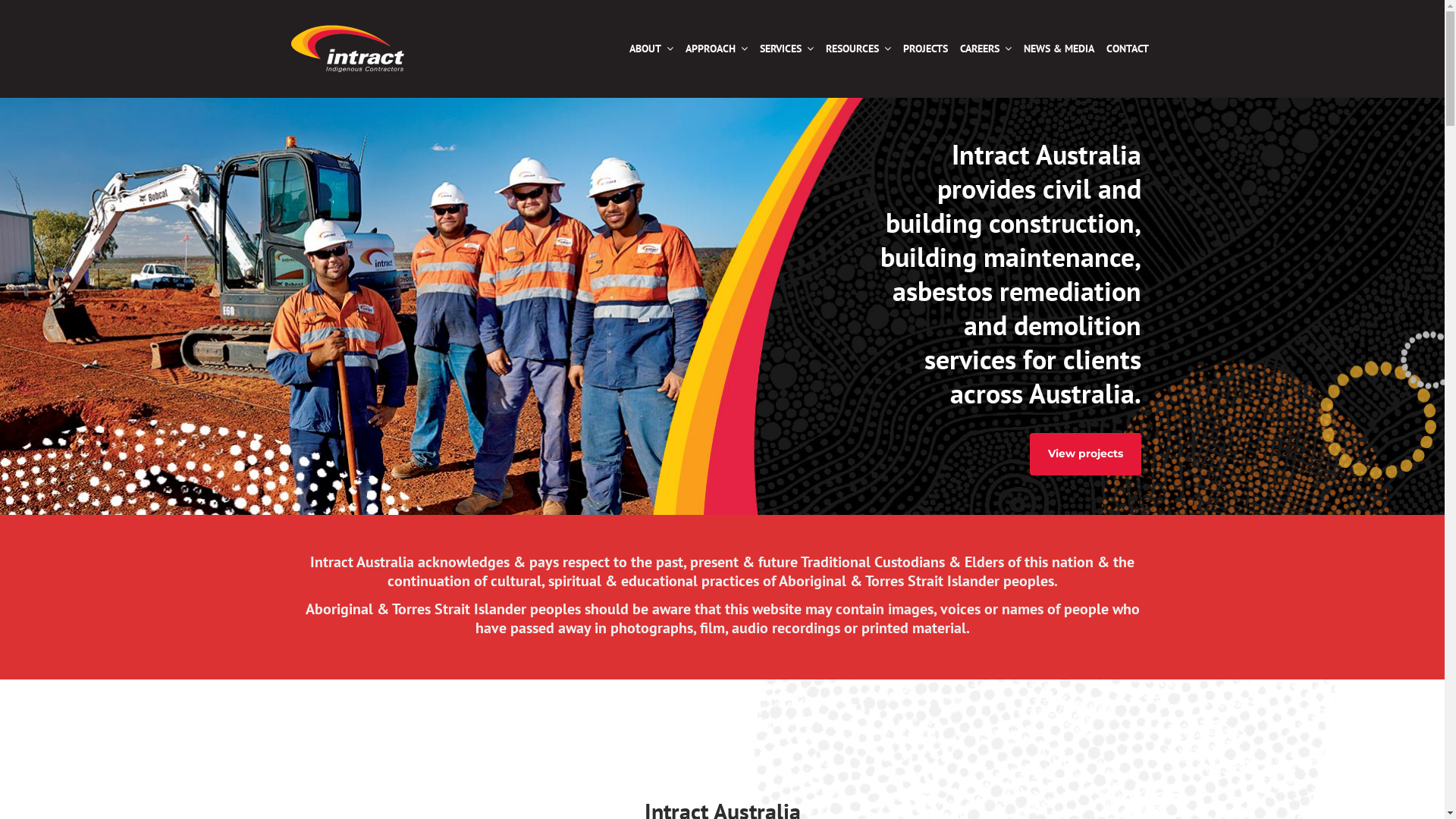 Image resolution: width=1456 pixels, height=819 pixels. I want to click on 'SERVICES', so click(786, 48).